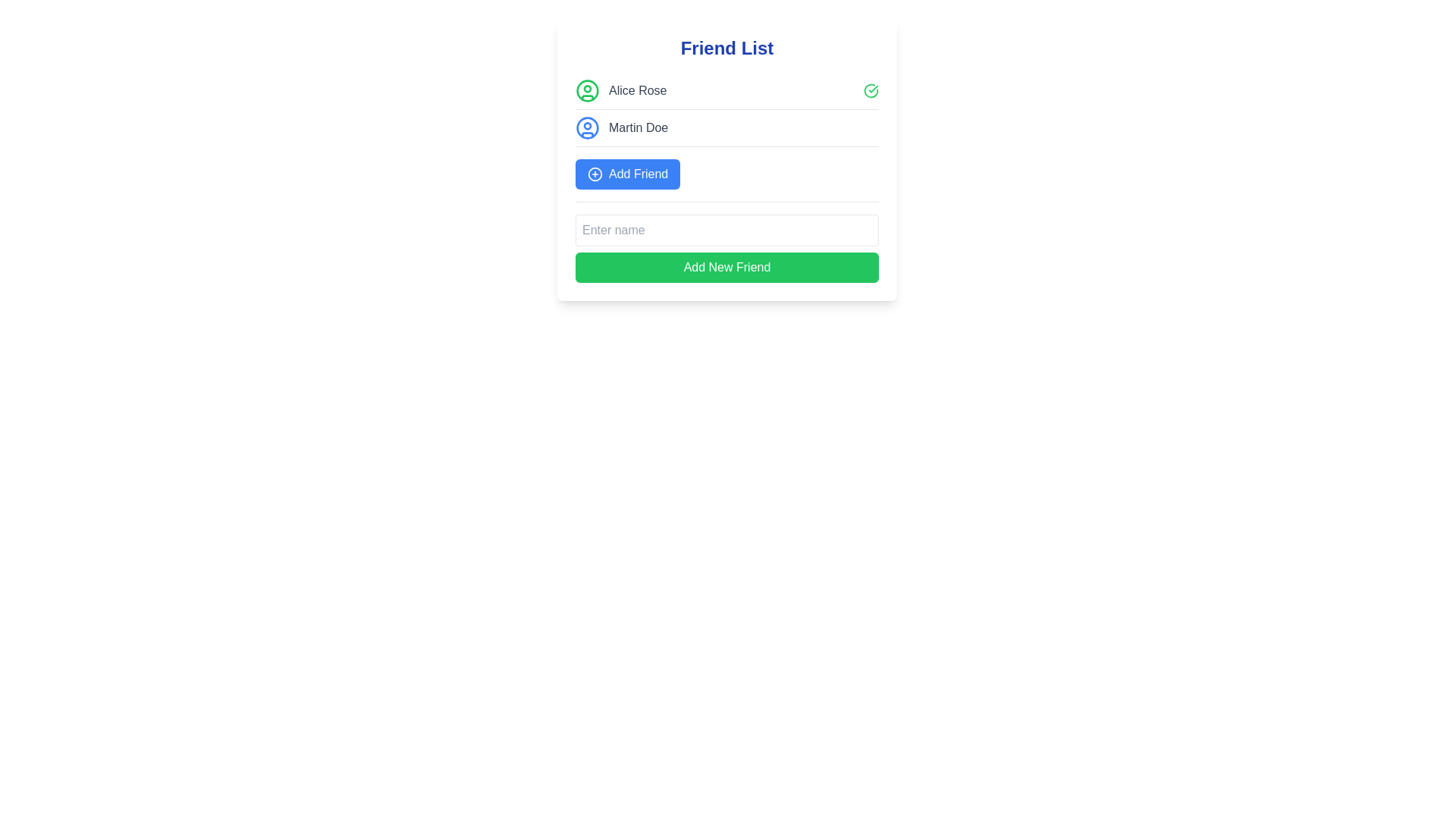 The width and height of the screenshot is (1456, 819). What do you see at coordinates (586, 90) in the screenshot?
I see `the green circular icon that represents the first user profile in the 'Friend List' section of the user interface` at bounding box center [586, 90].